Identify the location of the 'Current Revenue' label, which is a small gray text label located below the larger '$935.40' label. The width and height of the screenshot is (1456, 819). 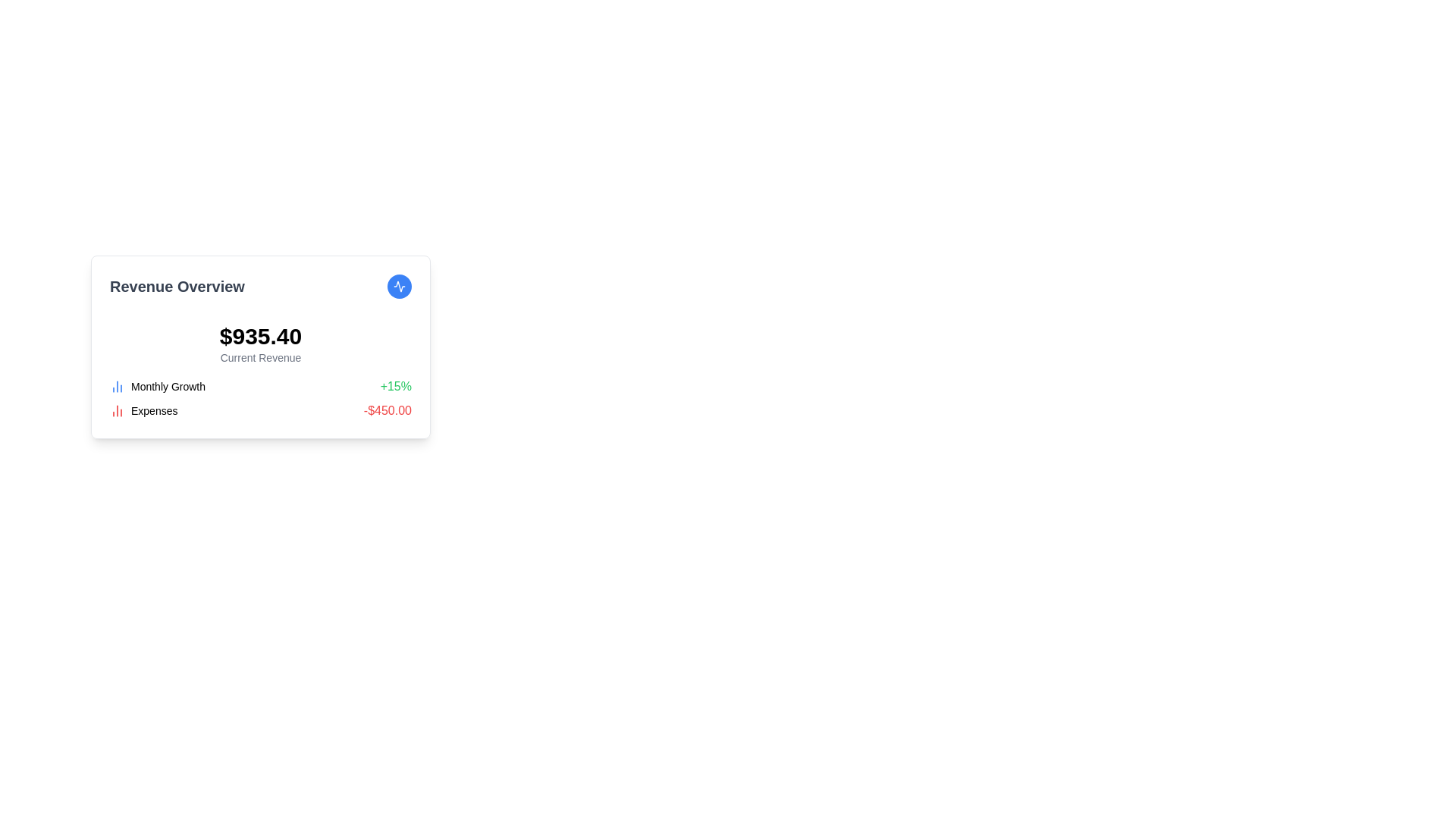
(261, 357).